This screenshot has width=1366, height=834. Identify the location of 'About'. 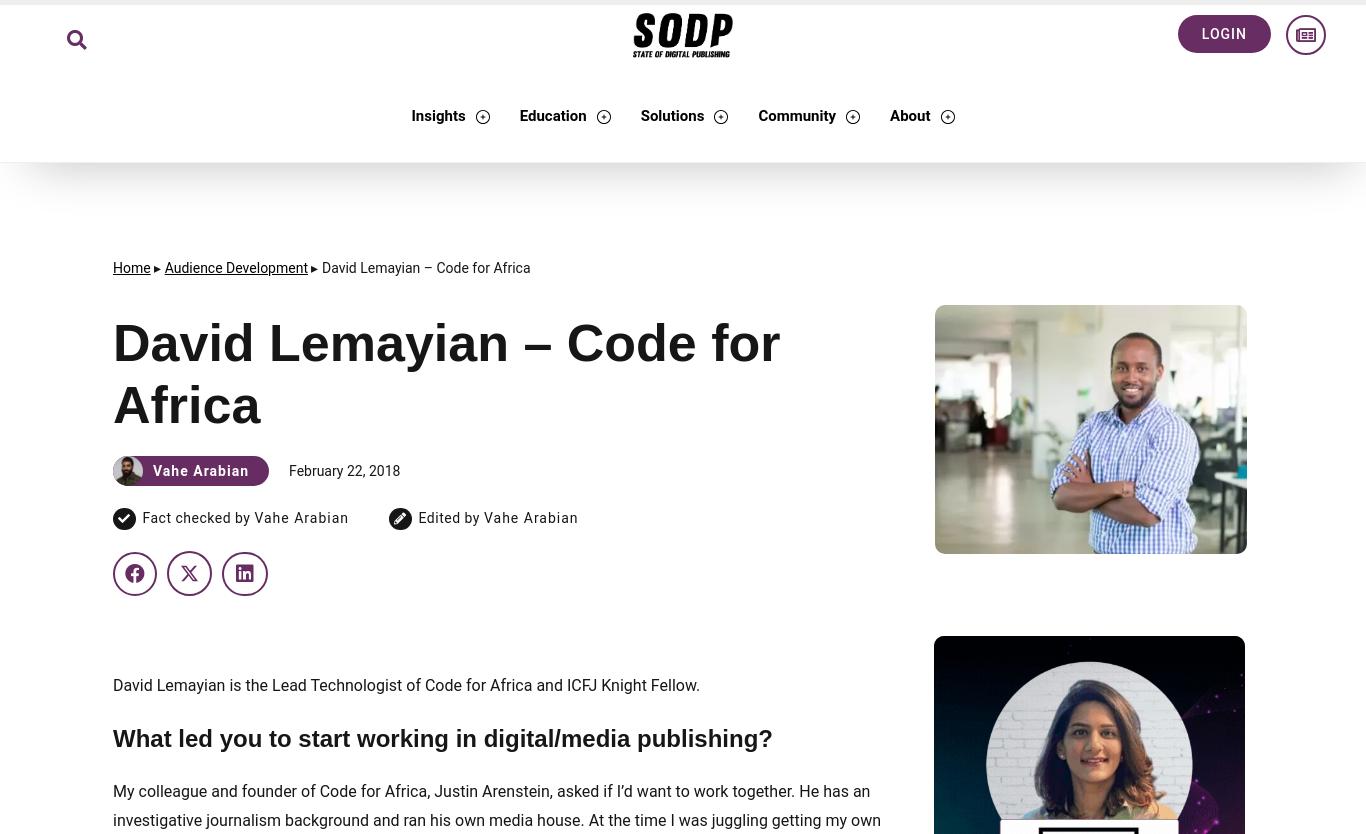
(909, 115).